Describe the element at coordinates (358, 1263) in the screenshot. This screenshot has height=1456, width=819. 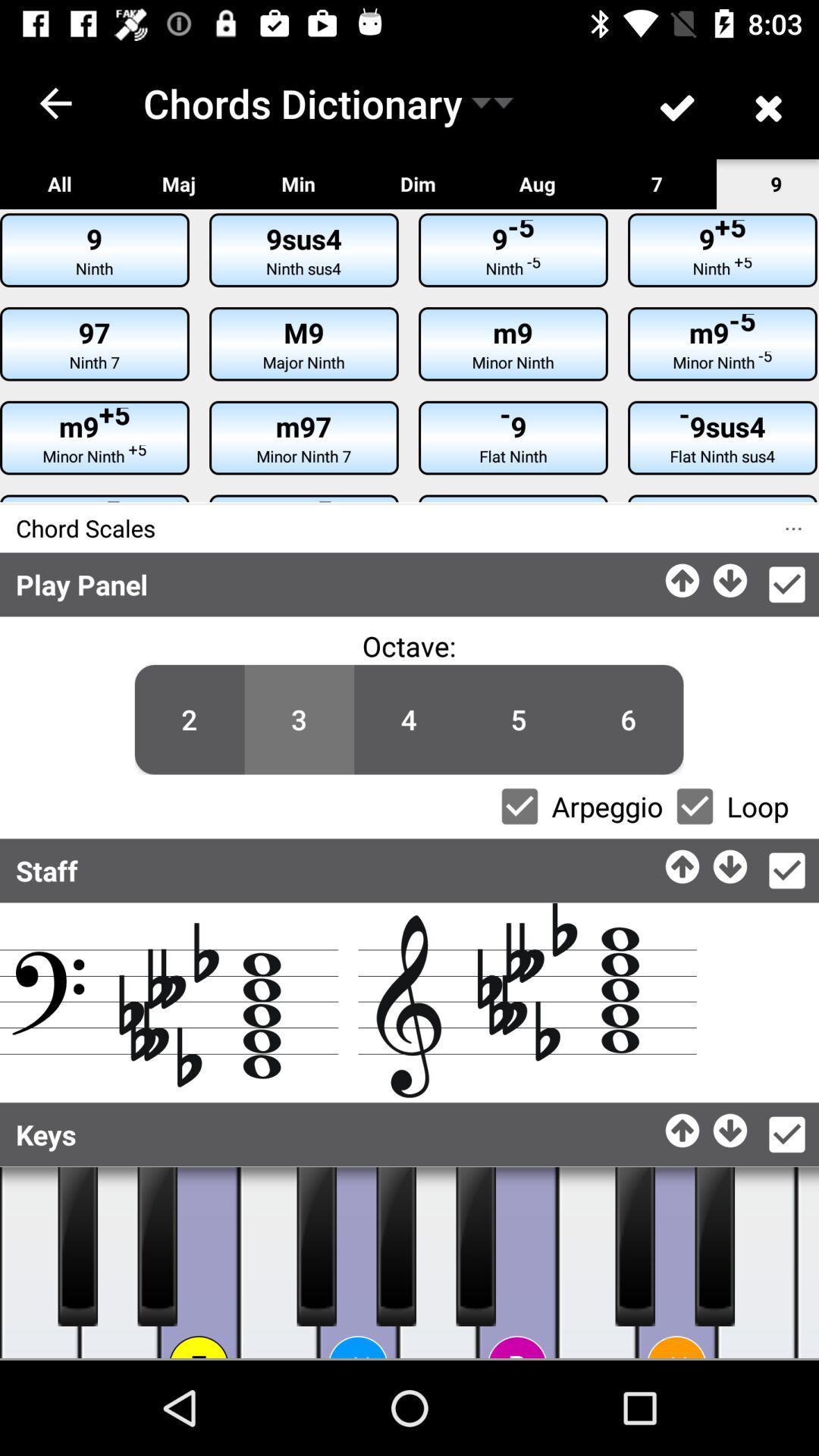
I see `the pino button` at that location.